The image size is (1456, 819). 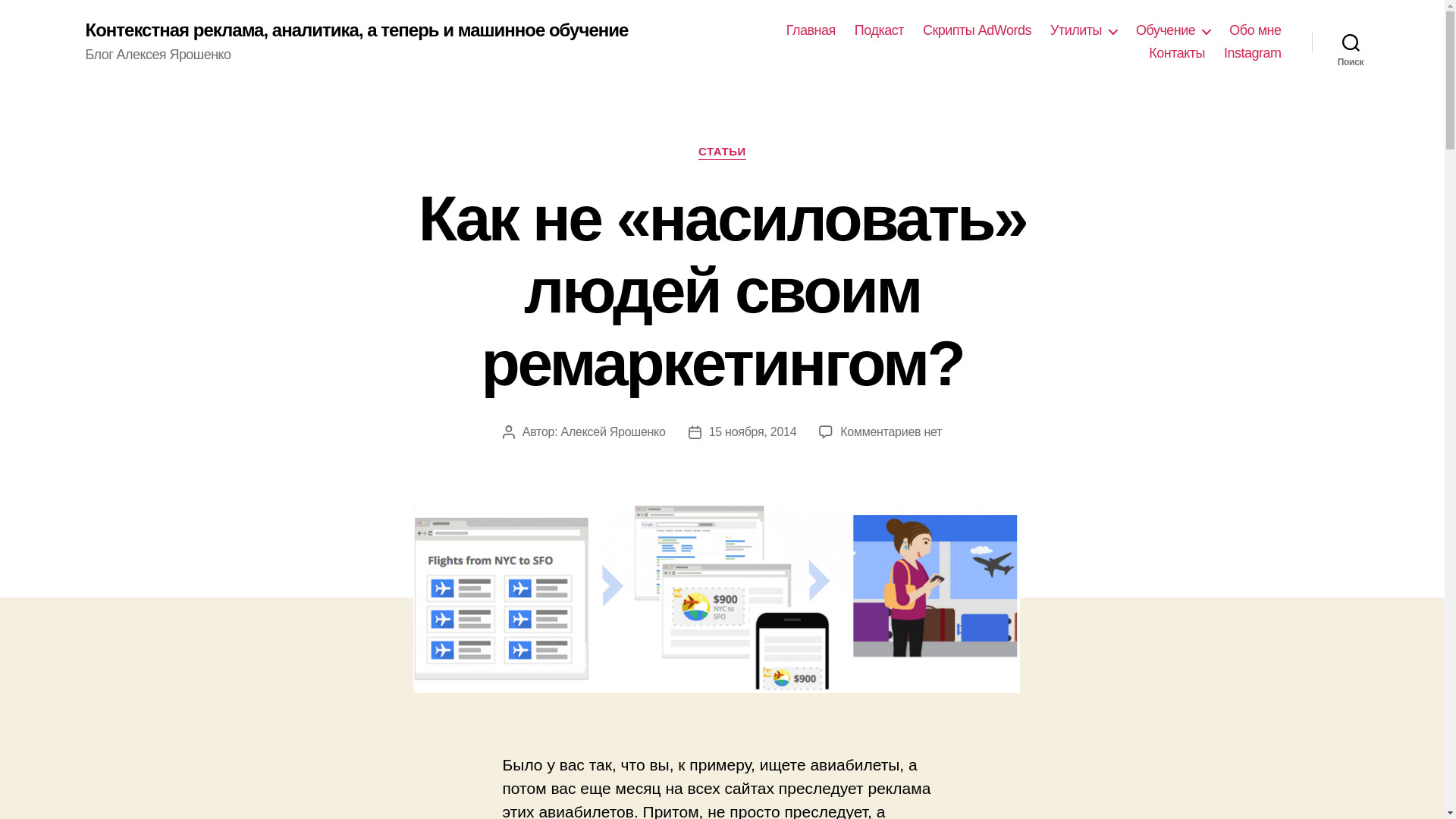 I want to click on 'Instagram', so click(x=1252, y=52).